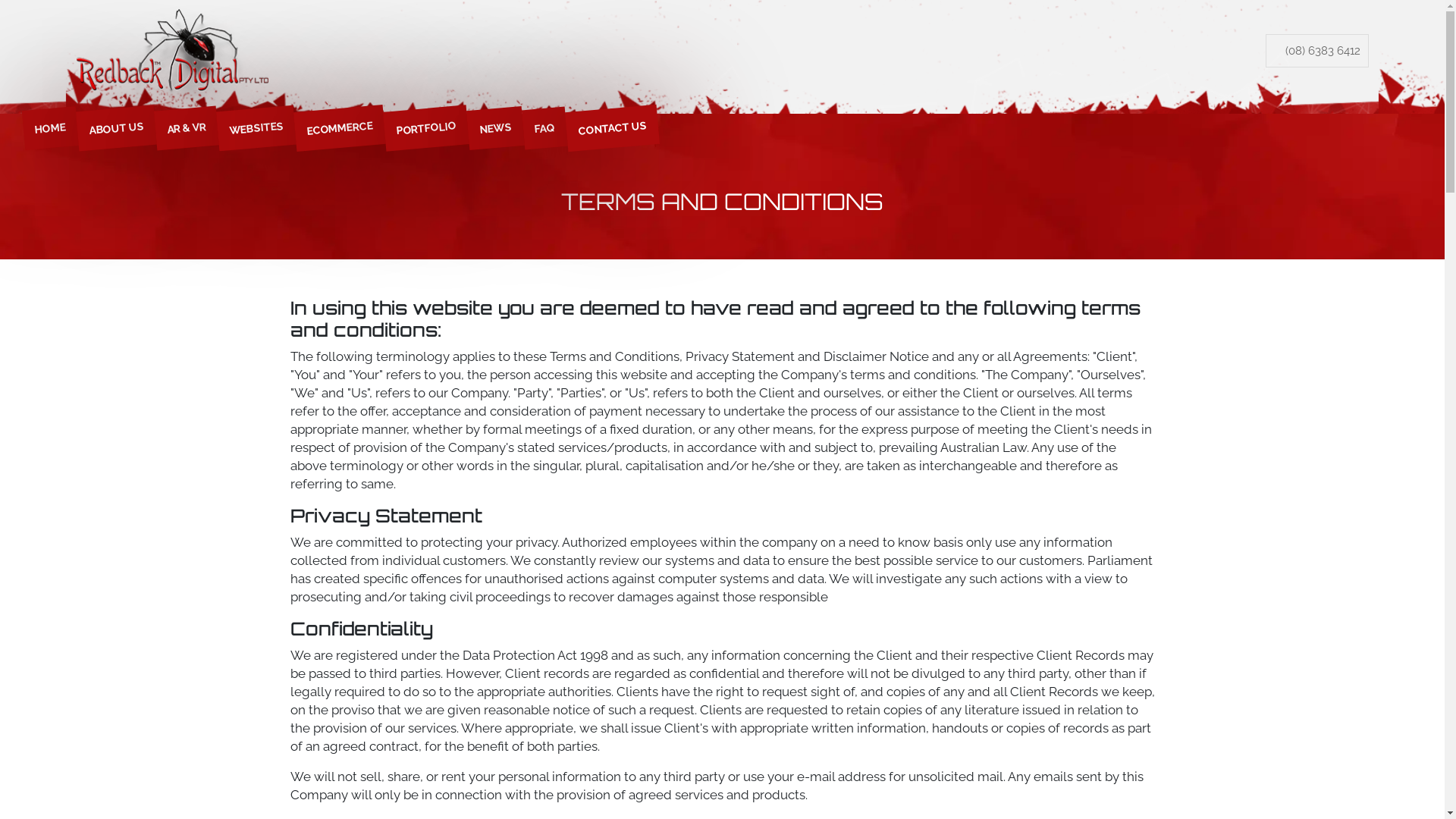  What do you see at coordinates (543, 125) in the screenshot?
I see `'FAQ'` at bounding box center [543, 125].